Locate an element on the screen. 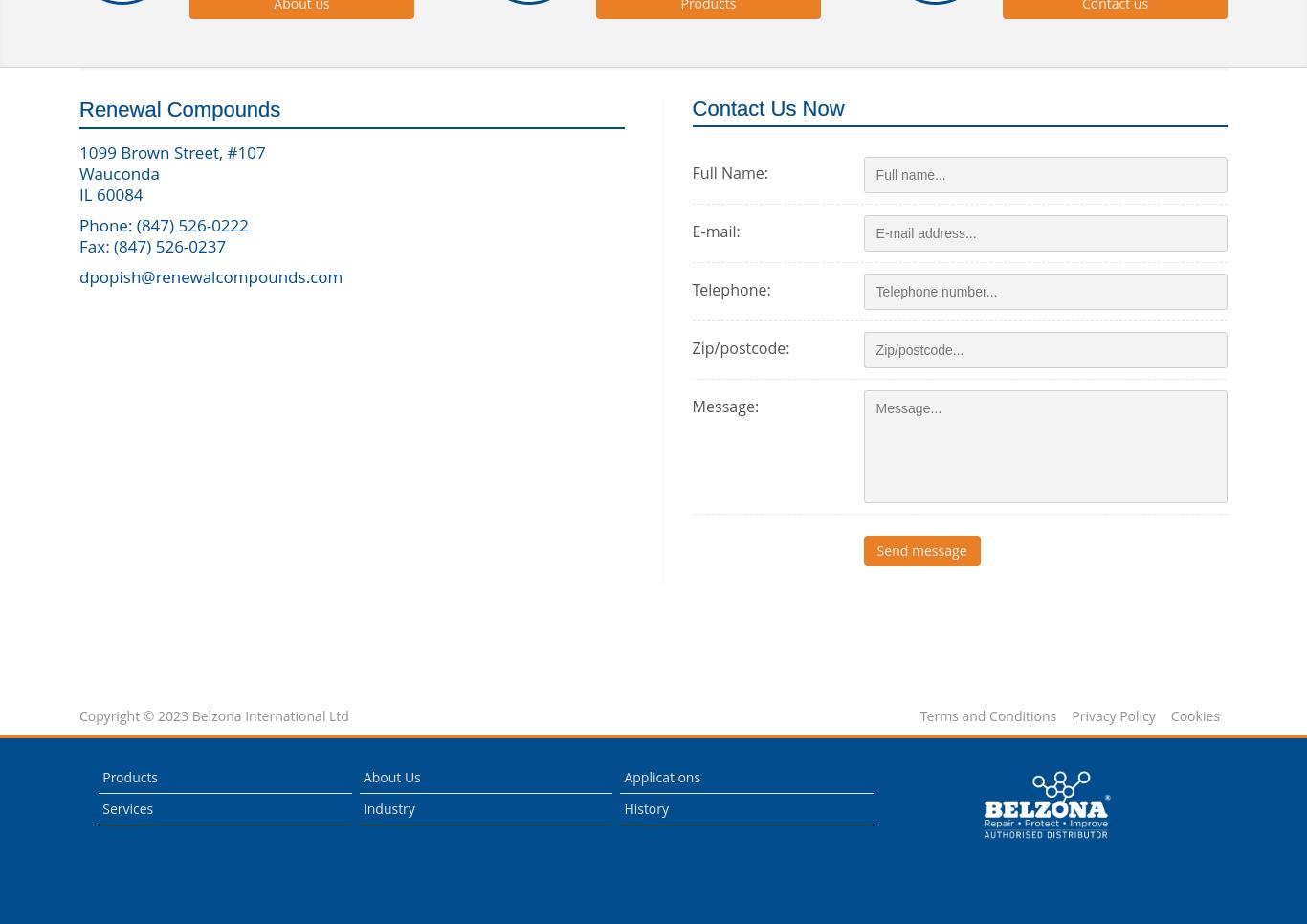 This screenshot has height=924, width=1307. 'Contact Us Now' is located at coordinates (766, 107).